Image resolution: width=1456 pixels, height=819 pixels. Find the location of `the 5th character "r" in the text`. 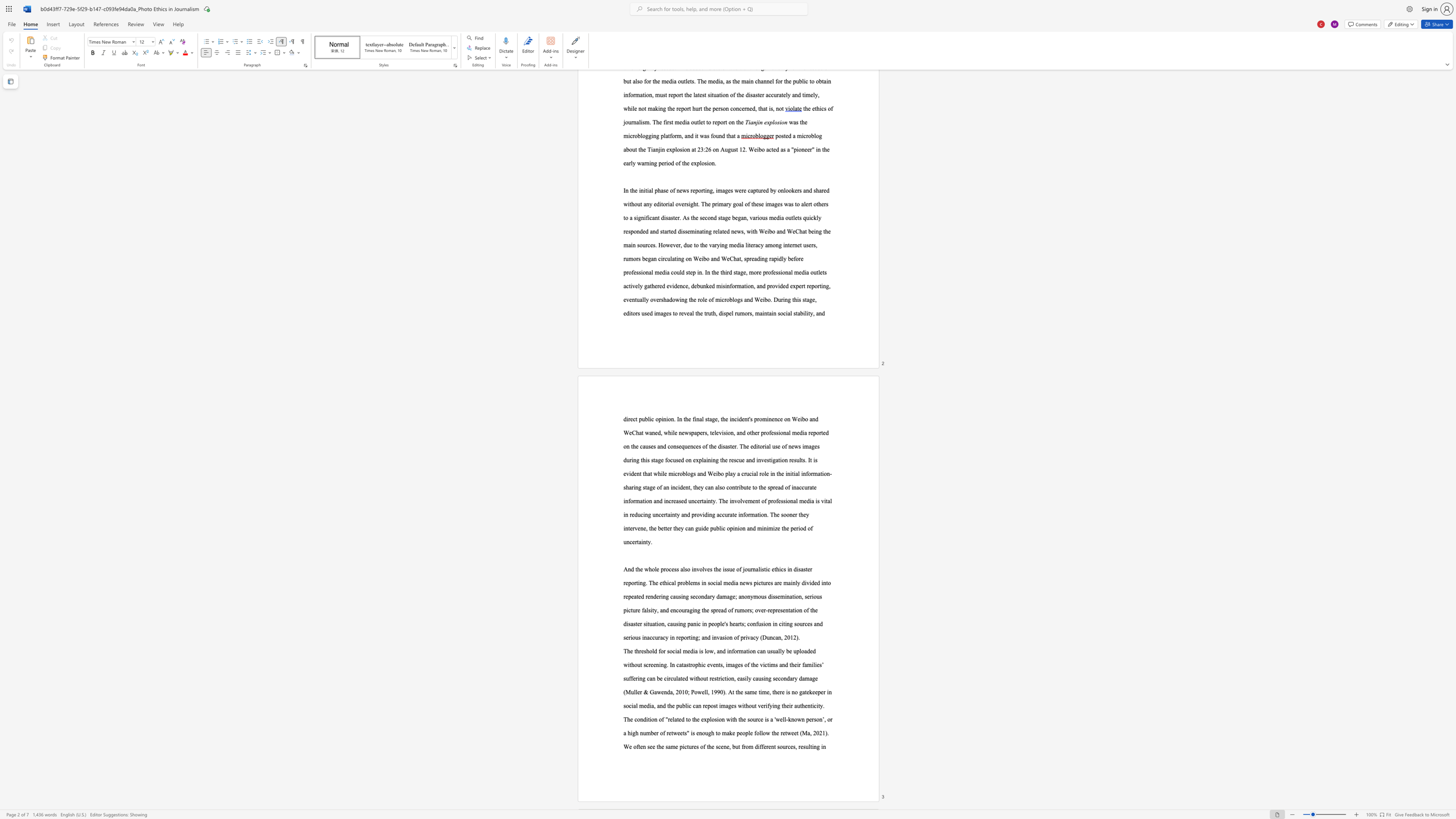

the 5th character "r" in the text is located at coordinates (764, 432).